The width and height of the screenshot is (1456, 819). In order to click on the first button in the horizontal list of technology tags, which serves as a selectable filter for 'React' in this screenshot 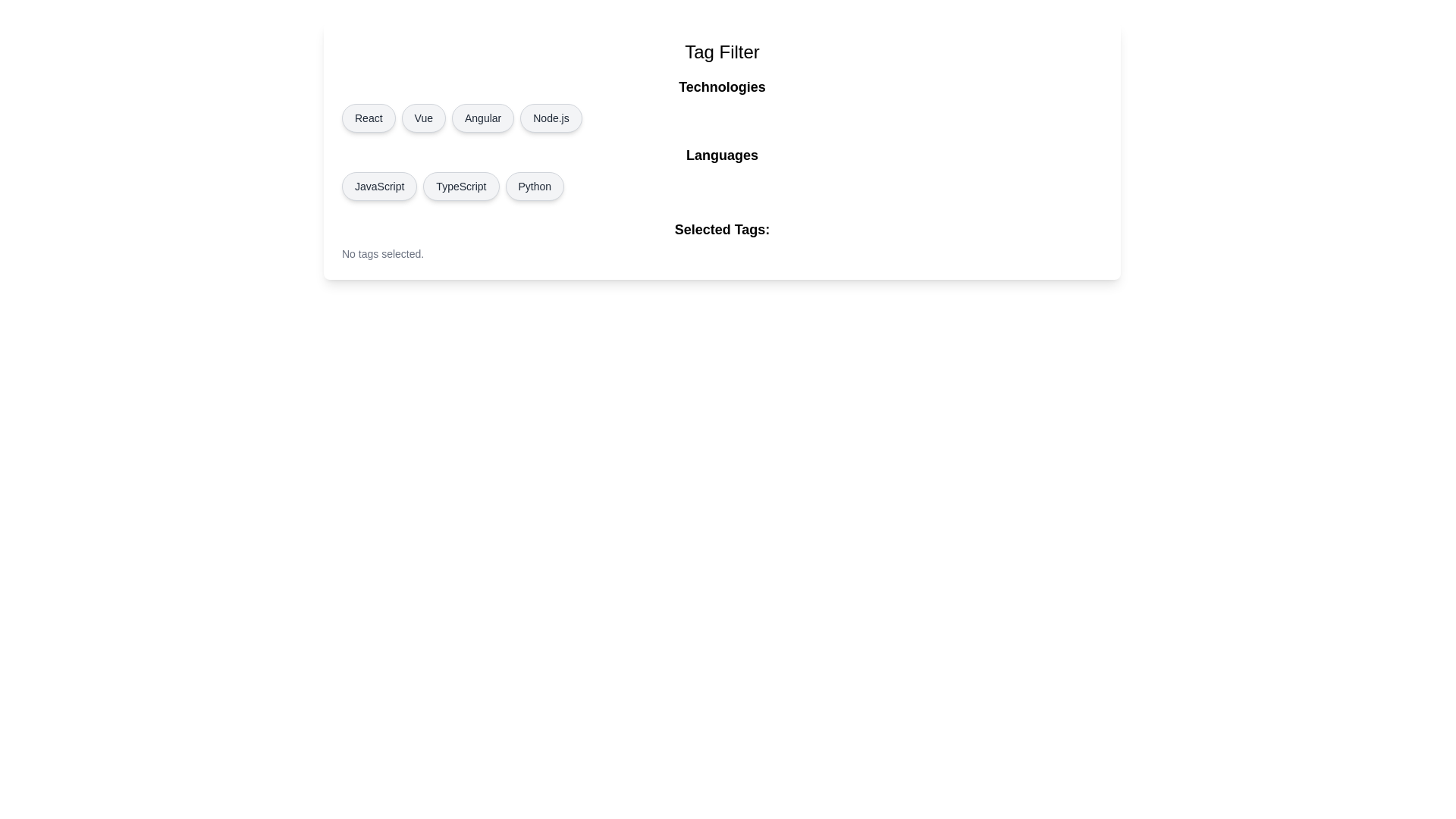, I will do `click(369, 117)`.